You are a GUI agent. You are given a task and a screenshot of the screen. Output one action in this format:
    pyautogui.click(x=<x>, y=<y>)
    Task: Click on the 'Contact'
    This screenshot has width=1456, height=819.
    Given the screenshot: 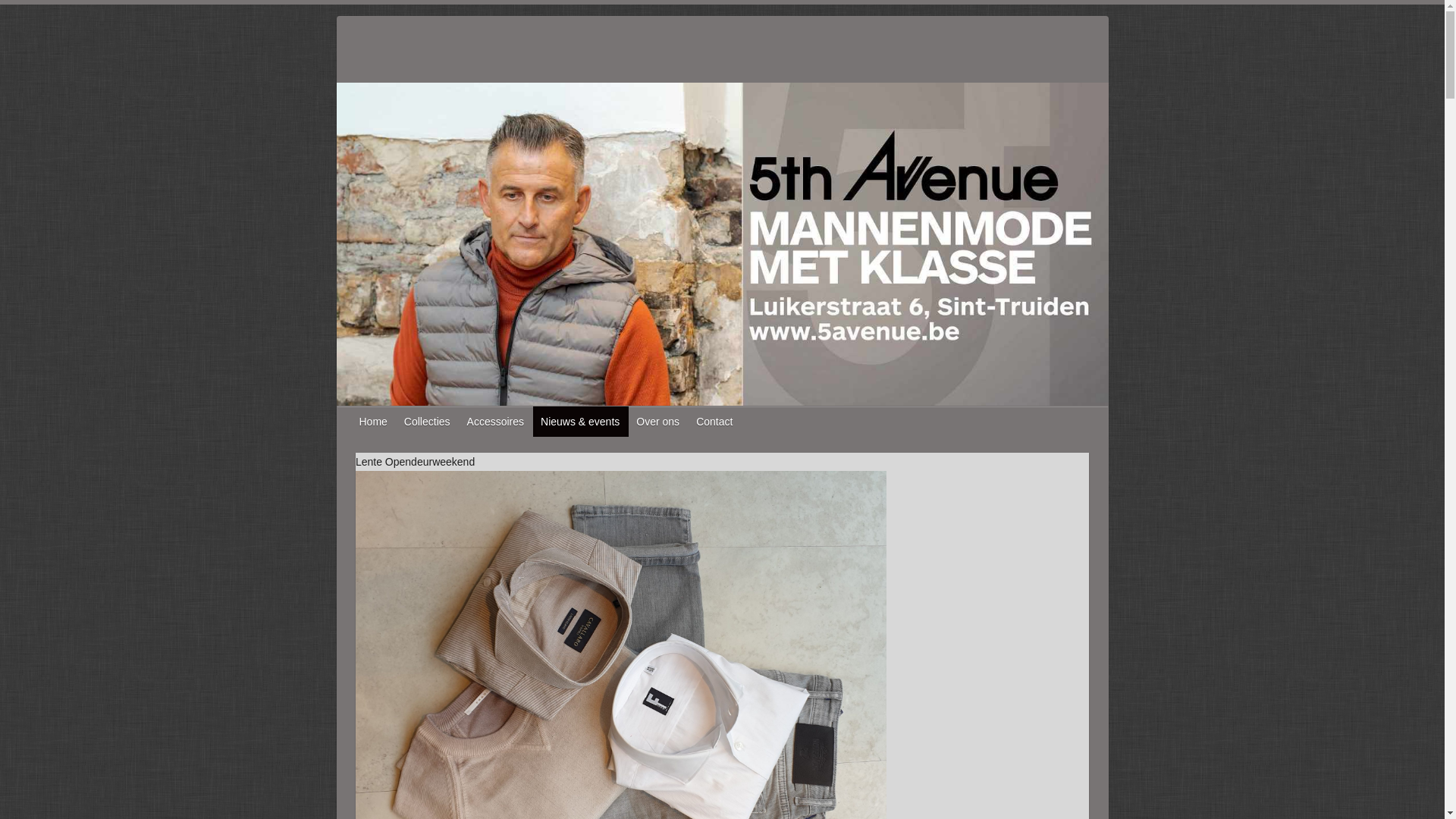 What is the action you would take?
    pyautogui.click(x=714, y=421)
    